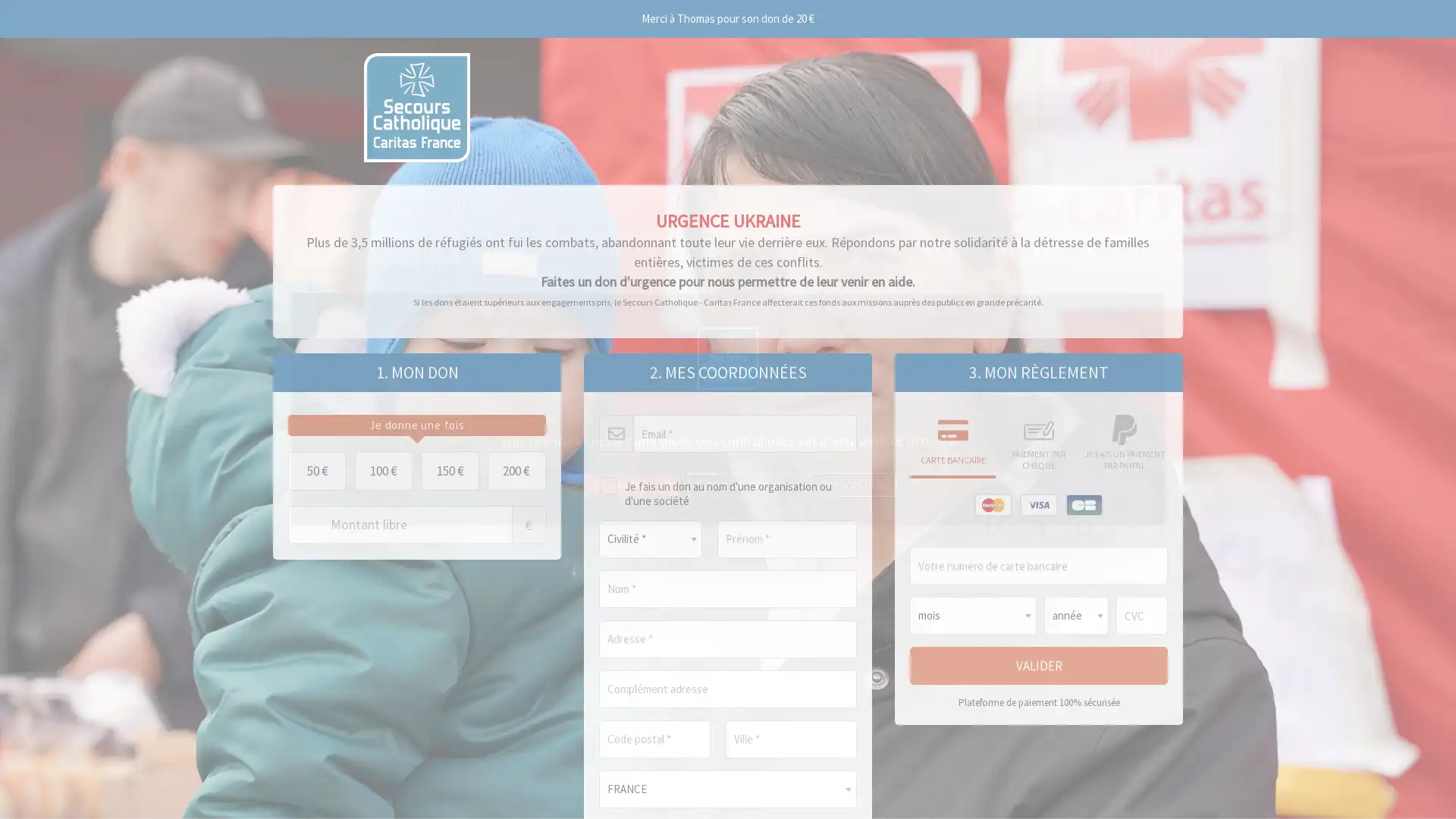 This screenshot has height=819, width=1456. What do you see at coordinates (621, 485) in the screenshot?
I see `OK, accept all` at bounding box center [621, 485].